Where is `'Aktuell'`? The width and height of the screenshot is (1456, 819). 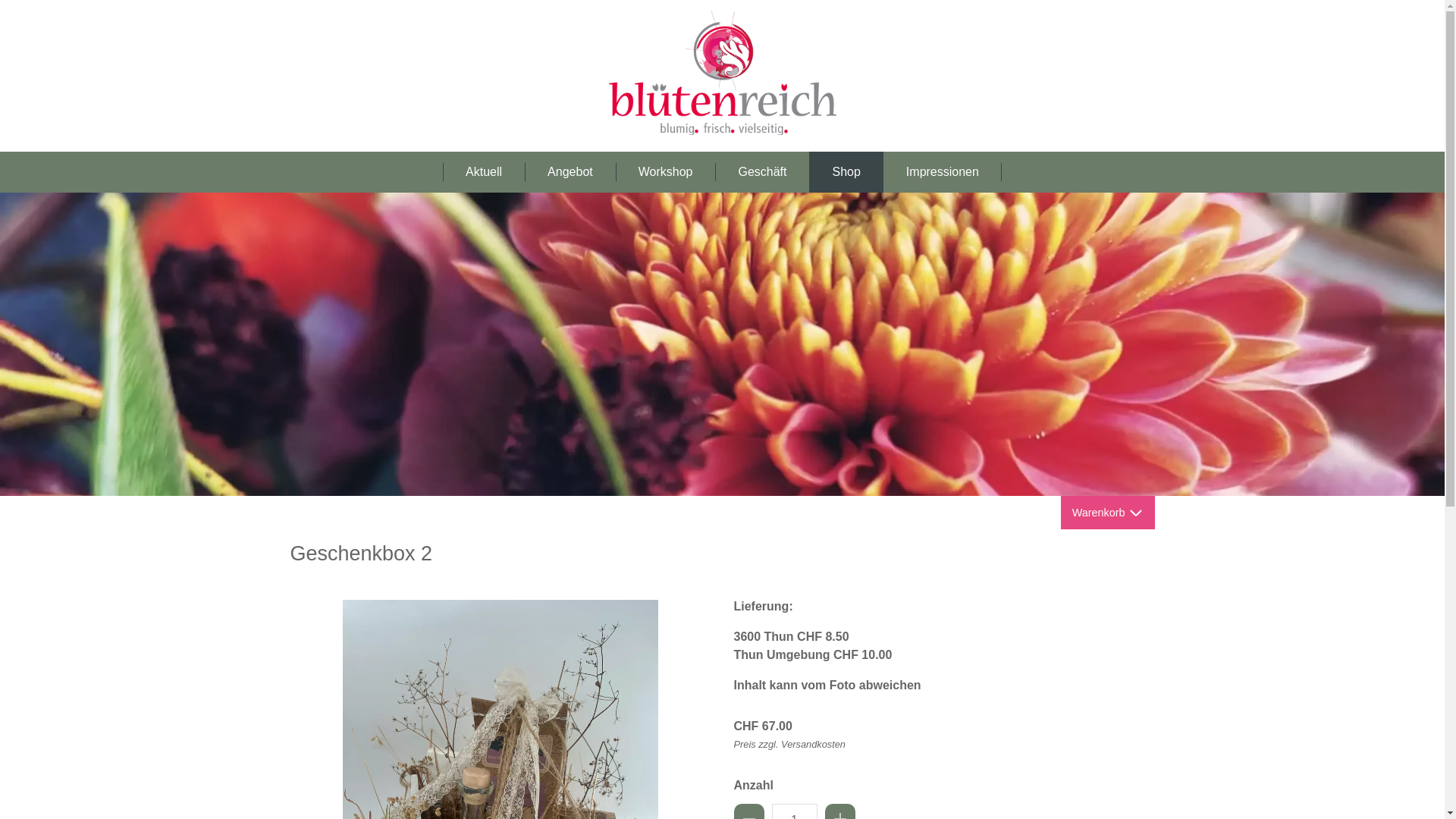 'Aktuell' is located at coordinates (483, 171).